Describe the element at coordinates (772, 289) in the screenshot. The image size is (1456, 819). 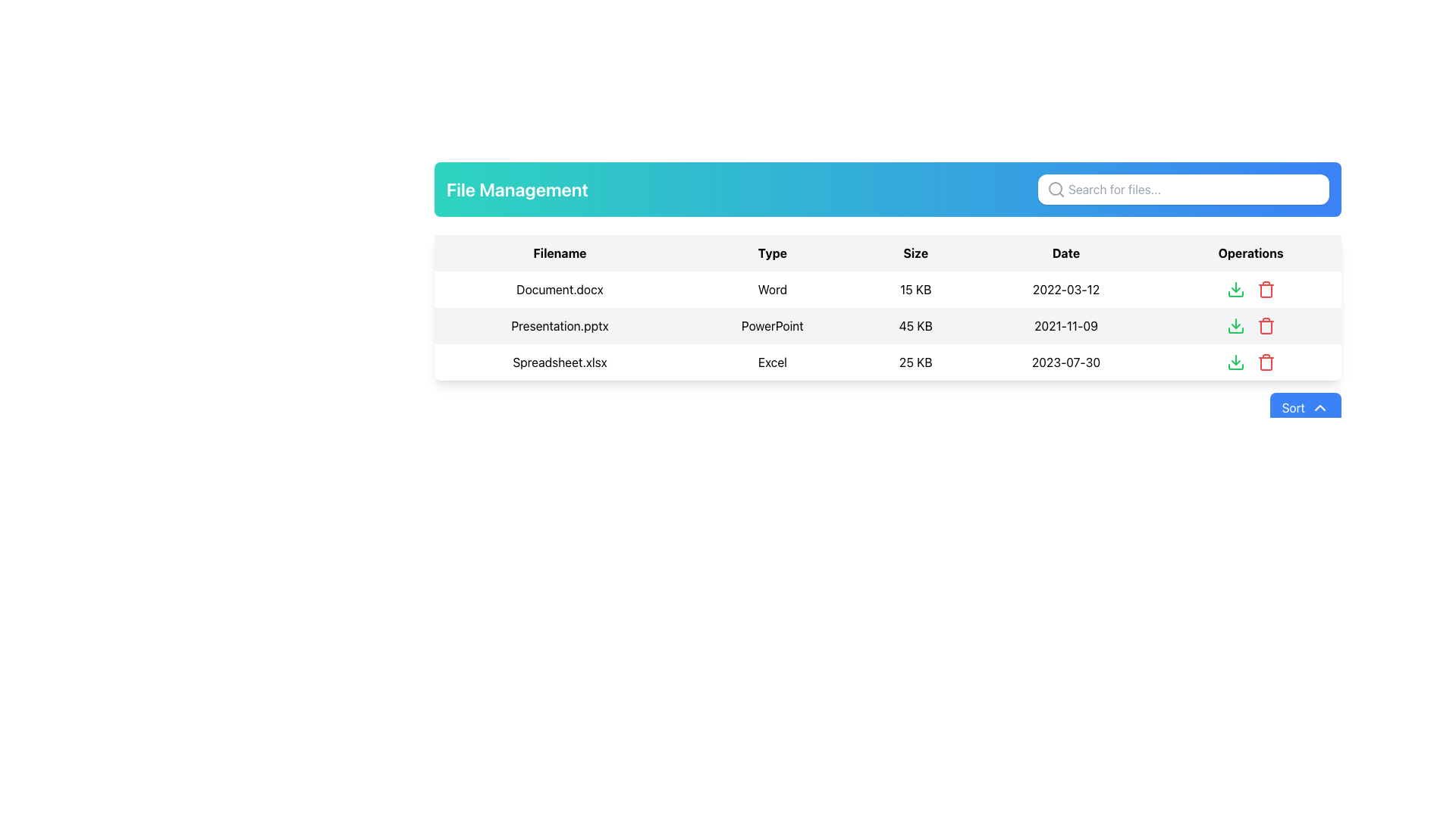
I see `the static text label in the second cell of the first row under the 'Type' column, which indicates the file category` at that location.